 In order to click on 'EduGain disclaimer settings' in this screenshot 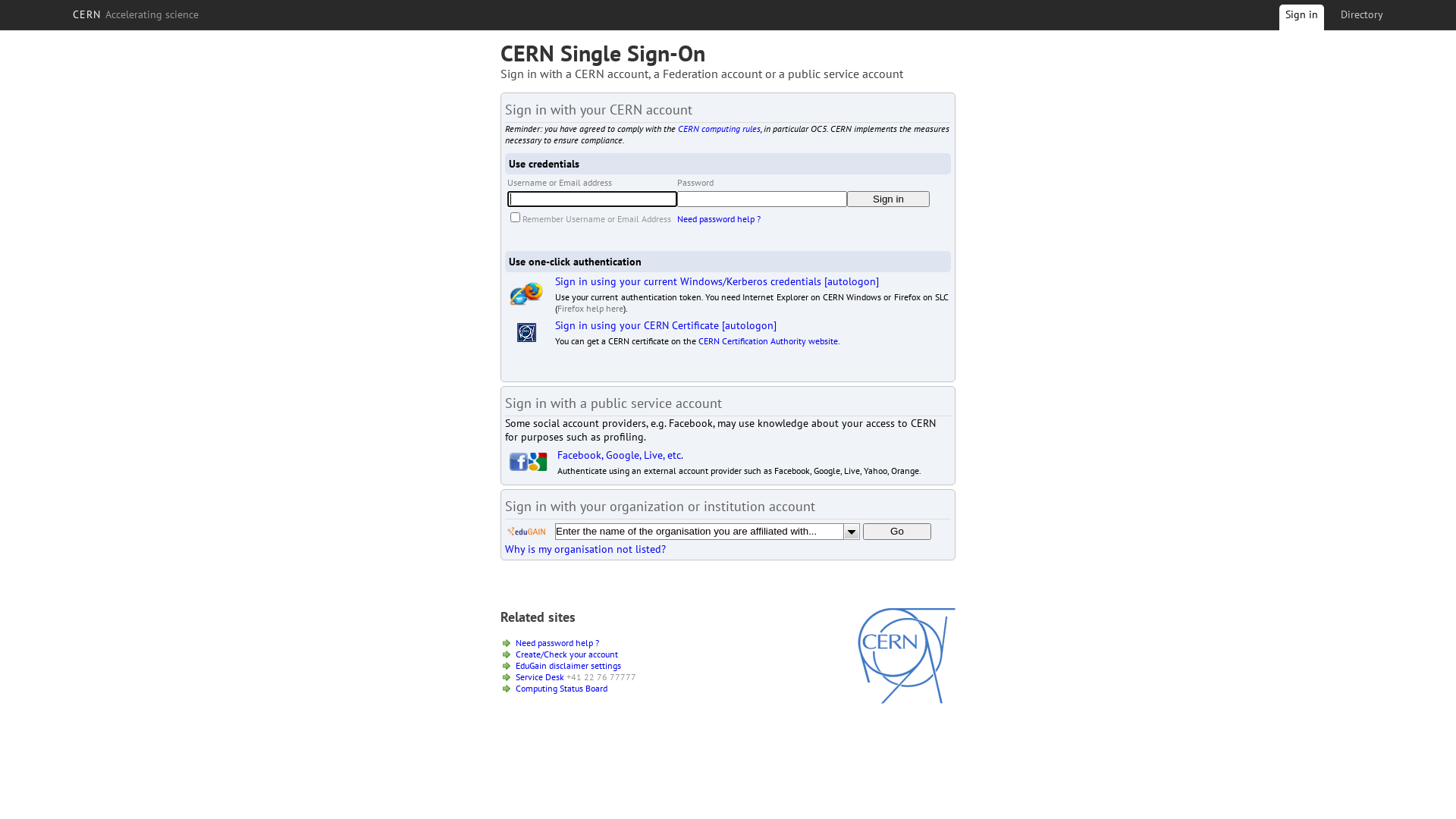, I will do `click(567, 664)`.